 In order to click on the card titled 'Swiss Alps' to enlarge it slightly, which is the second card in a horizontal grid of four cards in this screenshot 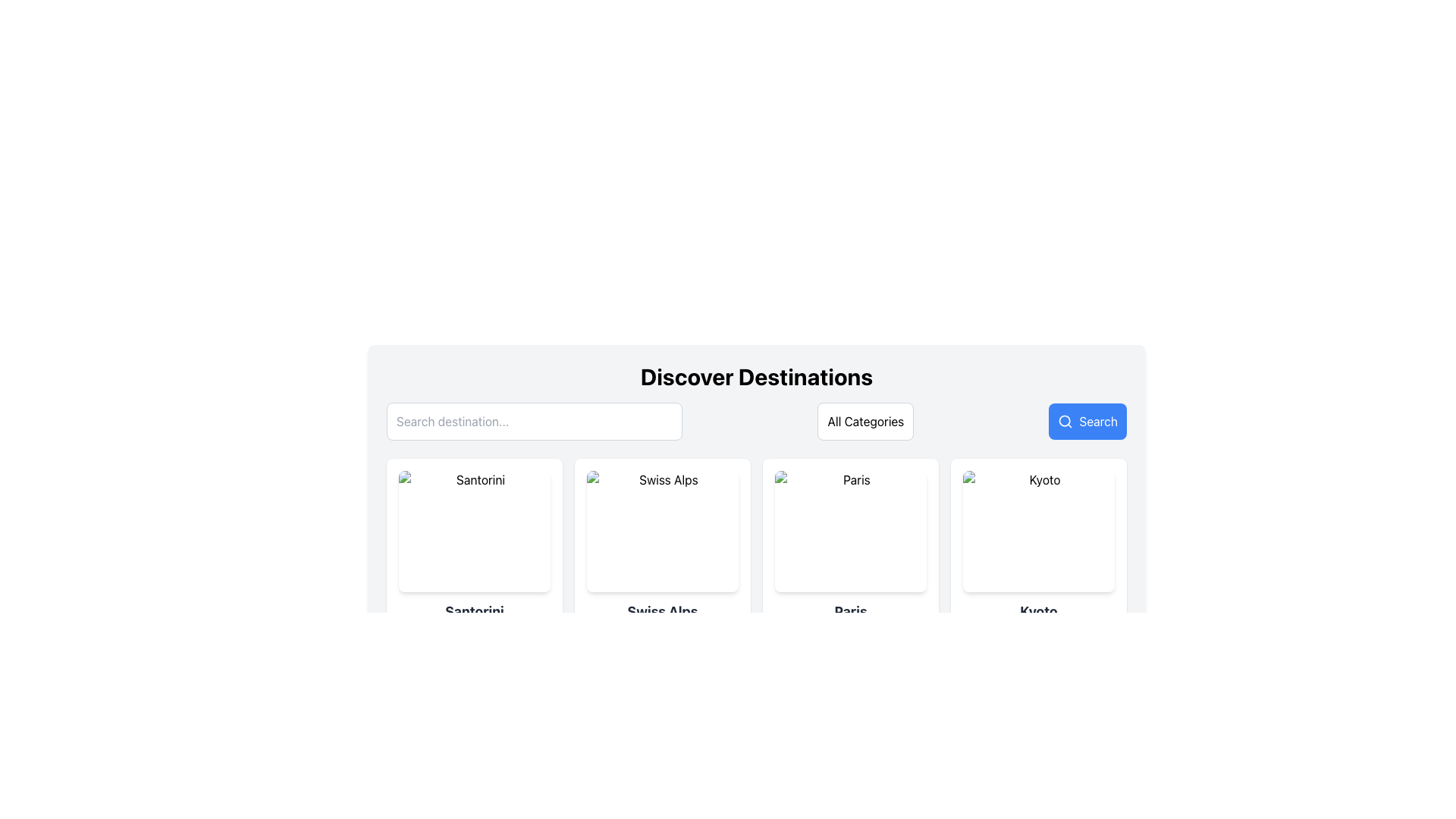, I will do `click(662, 557)`.